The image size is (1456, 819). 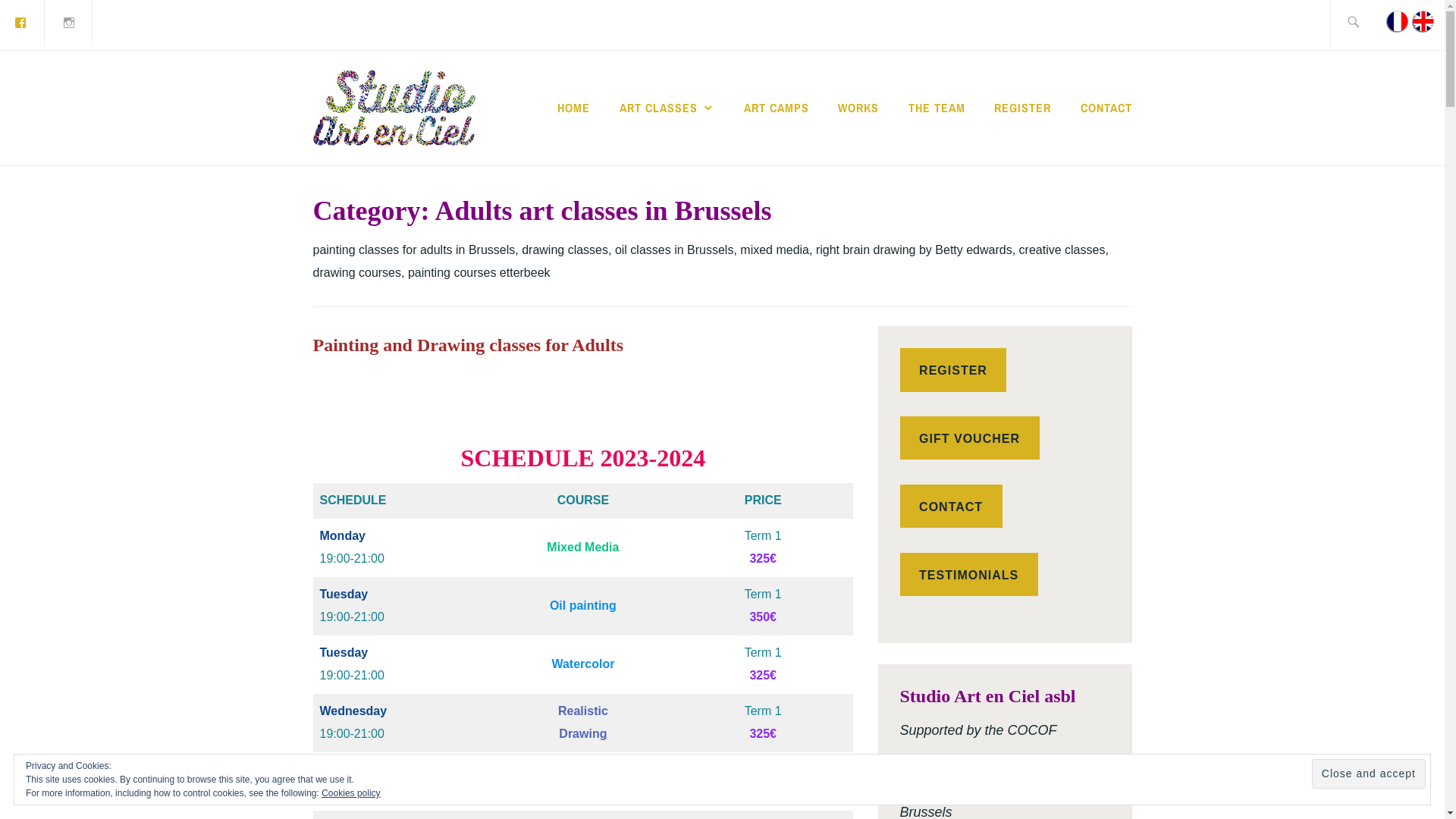 I want to click on 'ART CAMPS', so click(x=776, y=107).